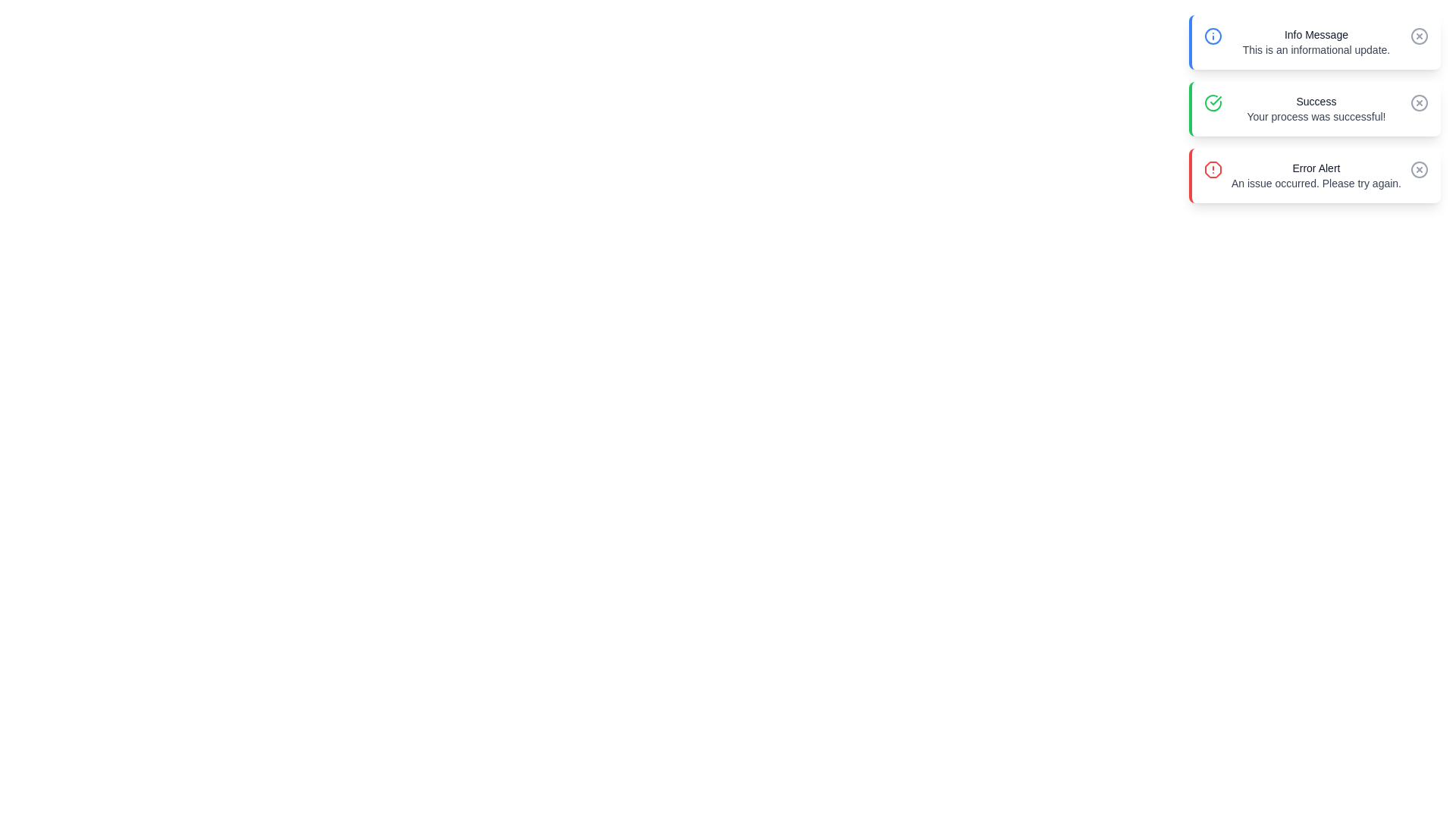 This screenshot has height=819, width=1456. Describe the element at coordinates (1212, 35) in the screenshot. I see `the informational state icon located at the top left of the 'Info Message' card, adjacent to the card's text content` at that location.